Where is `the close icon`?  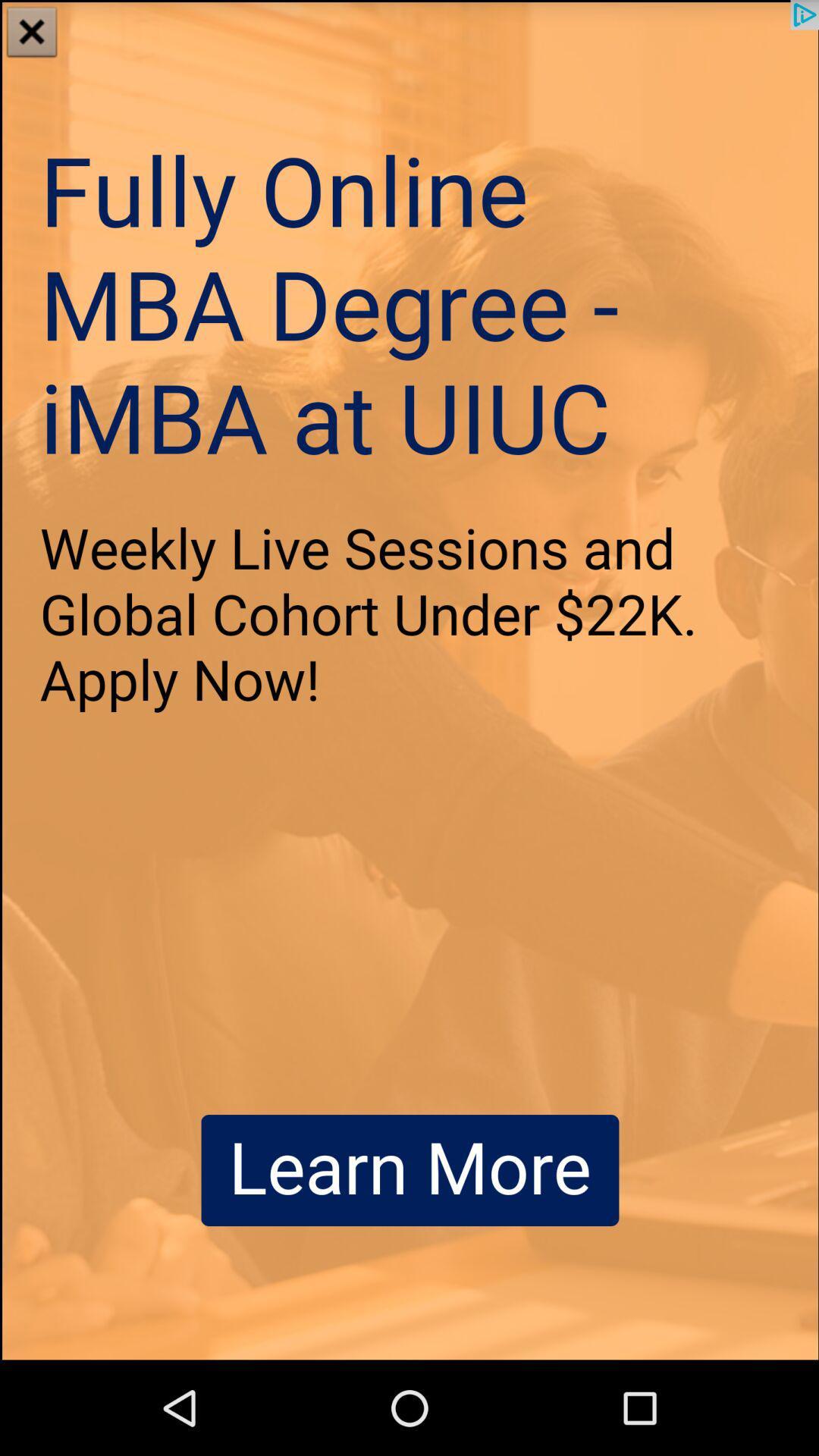 the close icon is located at coordinates (32, 33).